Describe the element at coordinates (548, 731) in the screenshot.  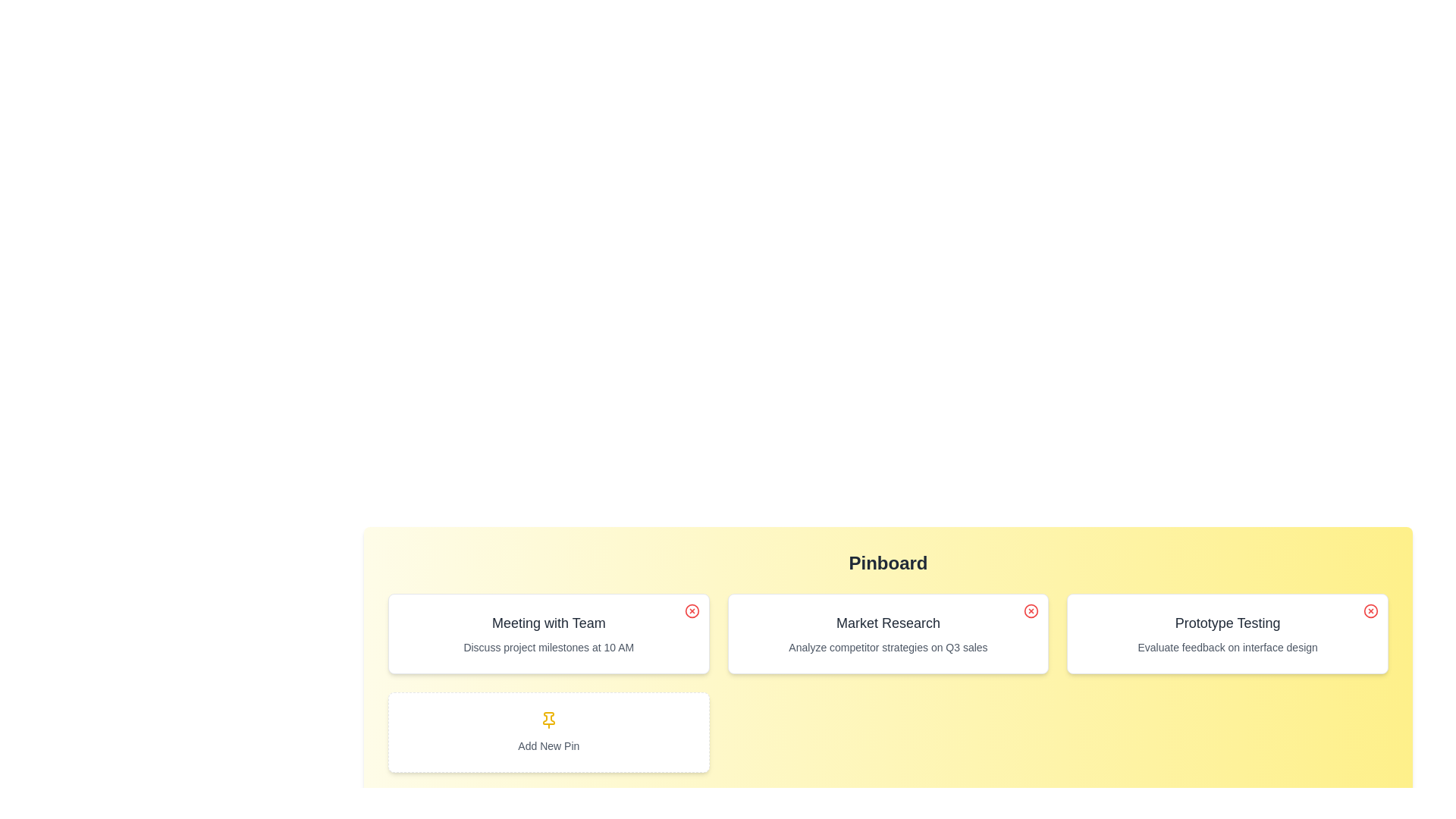
I see `'Add New Pin' button to add a new pin` at that location.